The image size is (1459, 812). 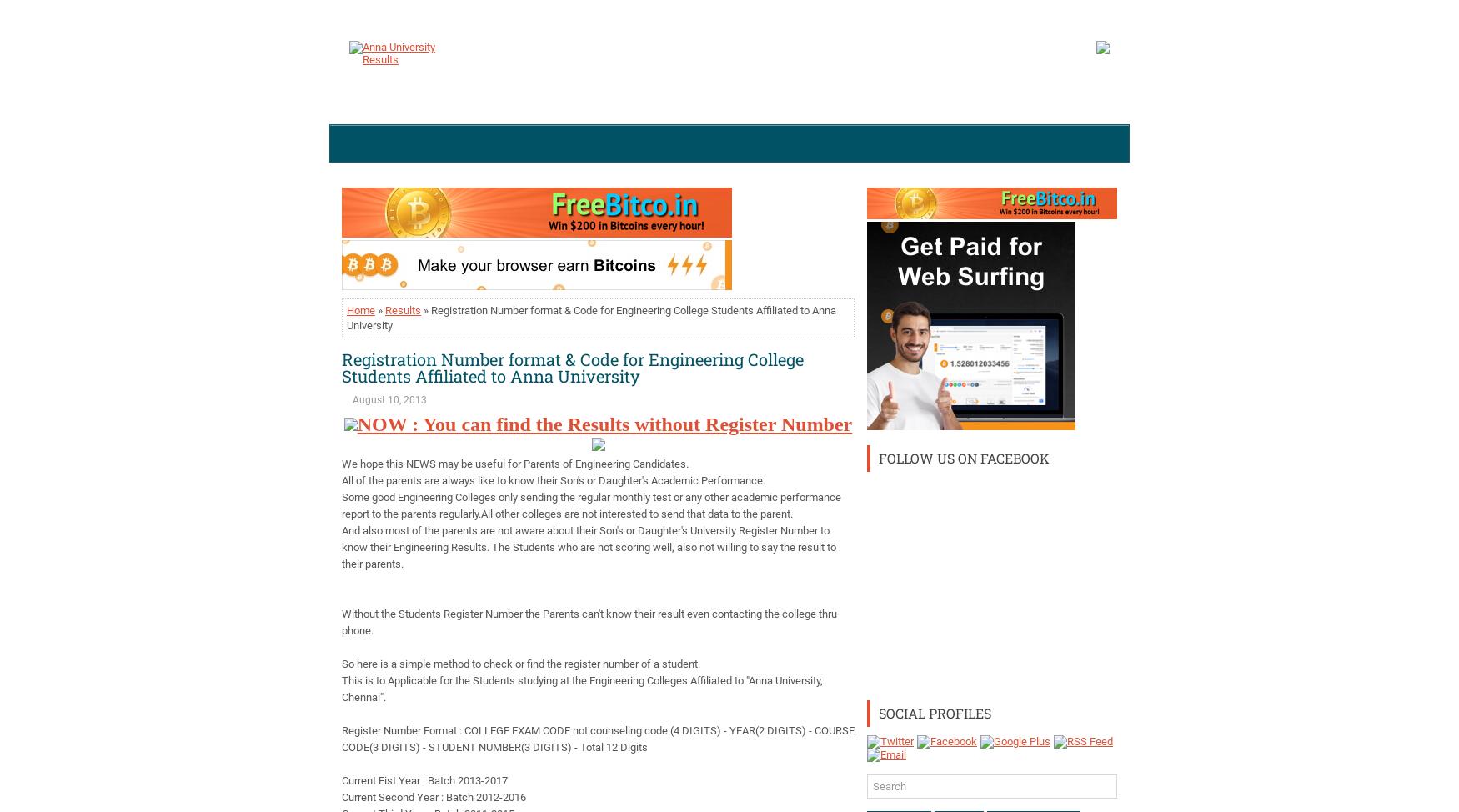 I want to click on '» Registration Number format & Code for Engineering College Students Affiliated to Anna University', so click(x=591, y=318).